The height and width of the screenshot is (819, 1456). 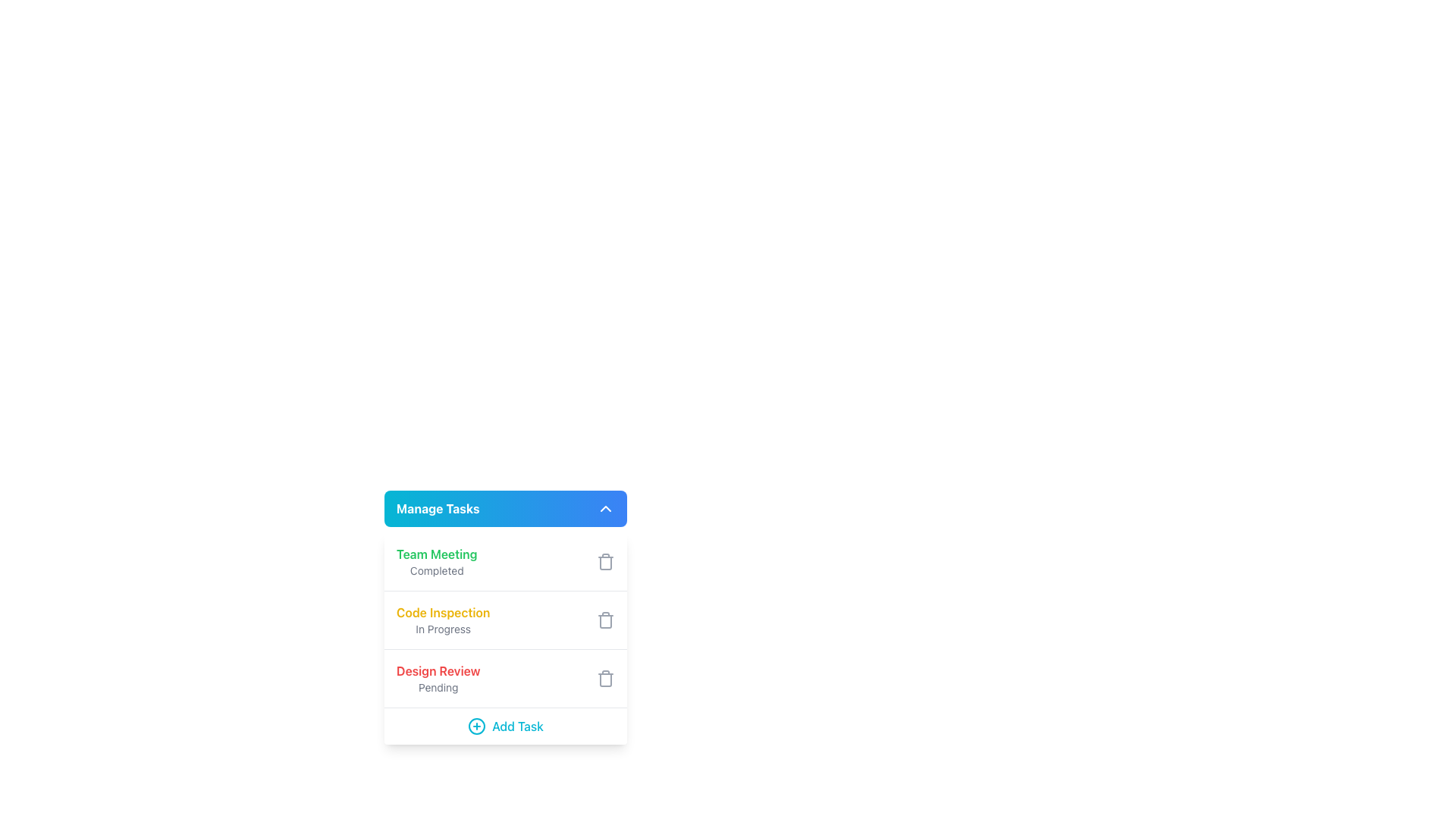 I want to click on the circular '+' icon located to the left of the 'Add Task' button, which is styled with a cyan stroke and invites users to add a task, so click(x=475, y=725).